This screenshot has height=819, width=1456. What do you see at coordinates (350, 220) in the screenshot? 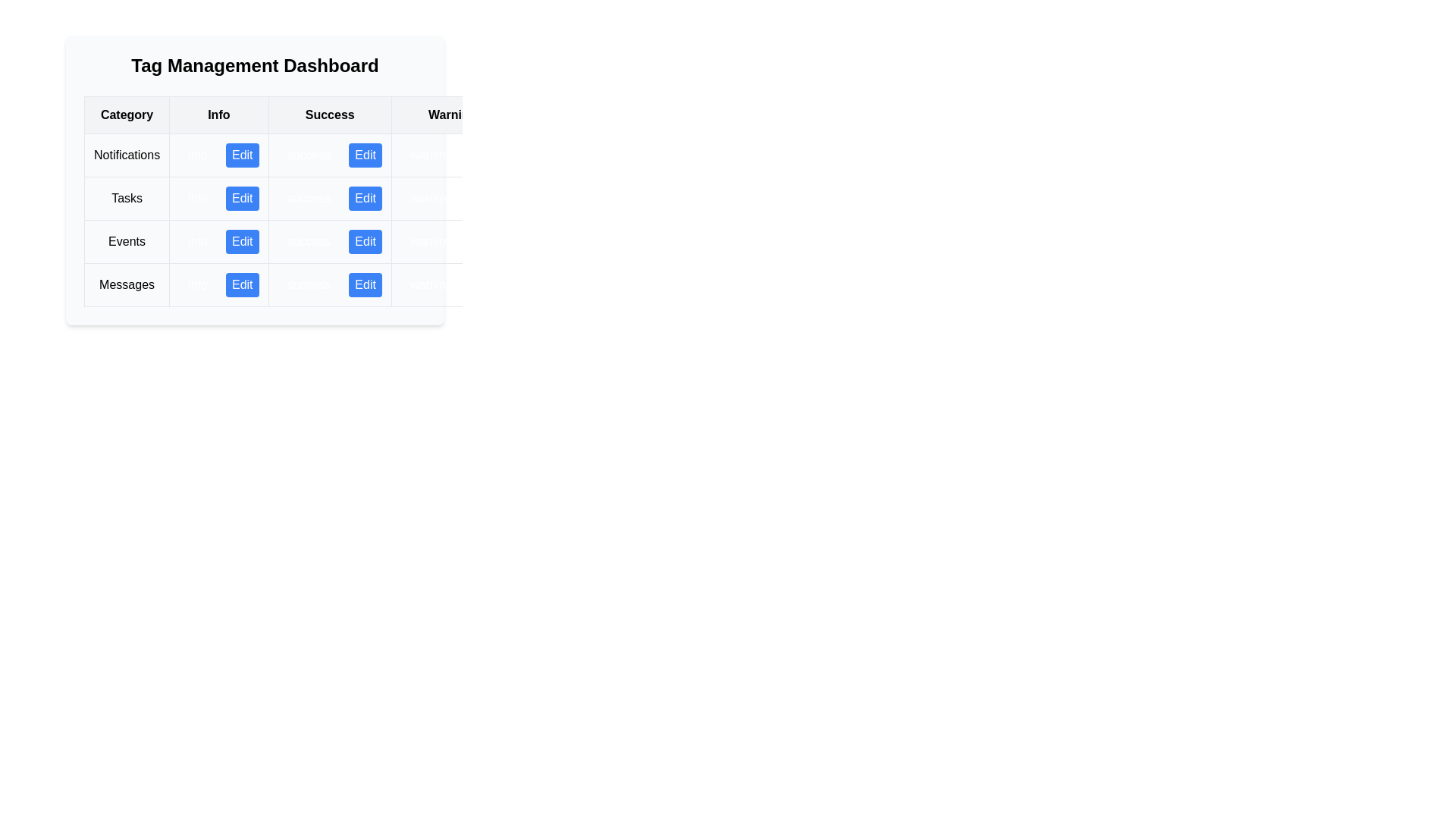
I see `the 'Edit' button located in the 'Events' row under the 'Success' column` at bounding box center [350, 220].